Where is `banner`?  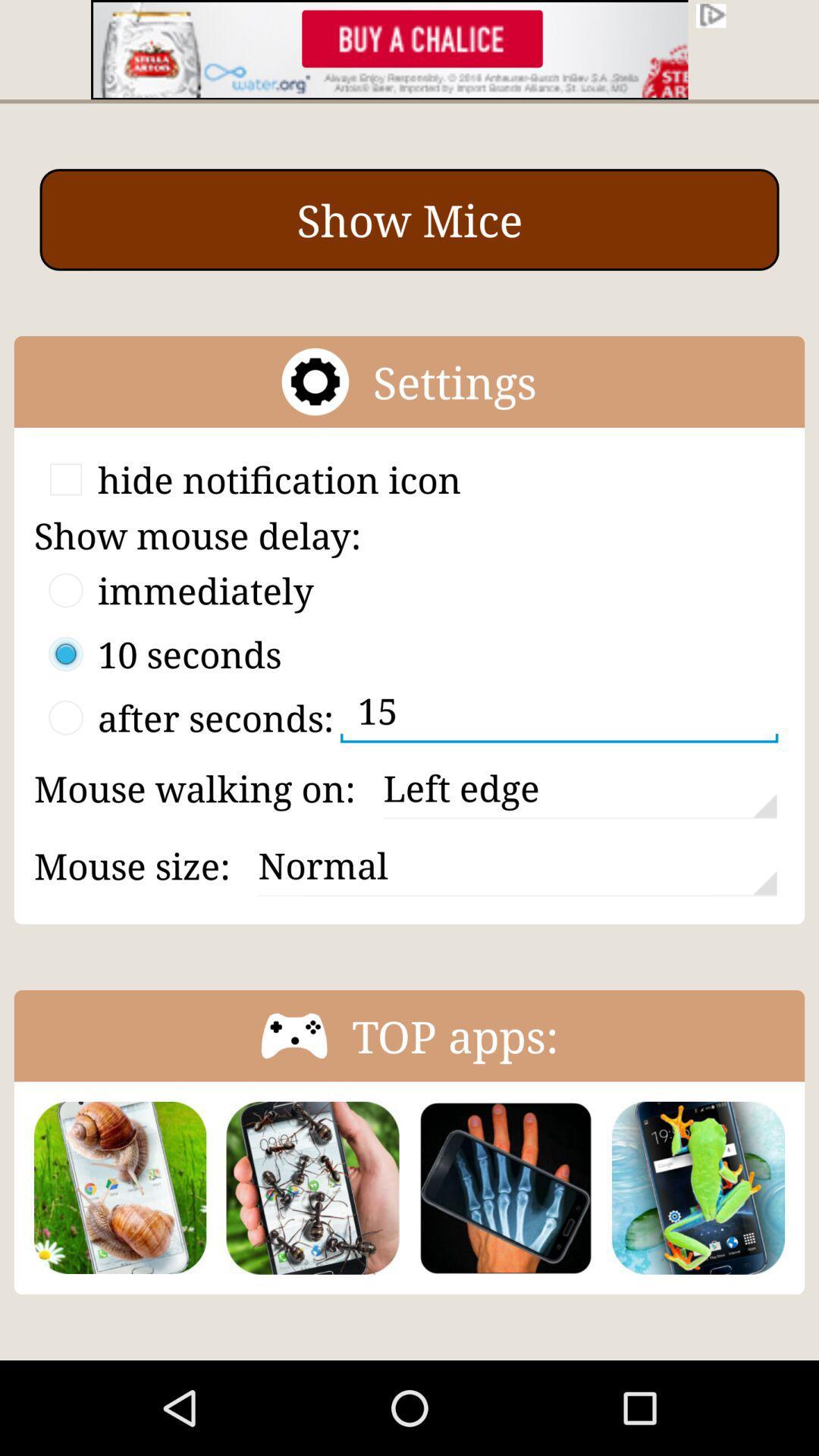
banner is located at coordinates (409, 49).